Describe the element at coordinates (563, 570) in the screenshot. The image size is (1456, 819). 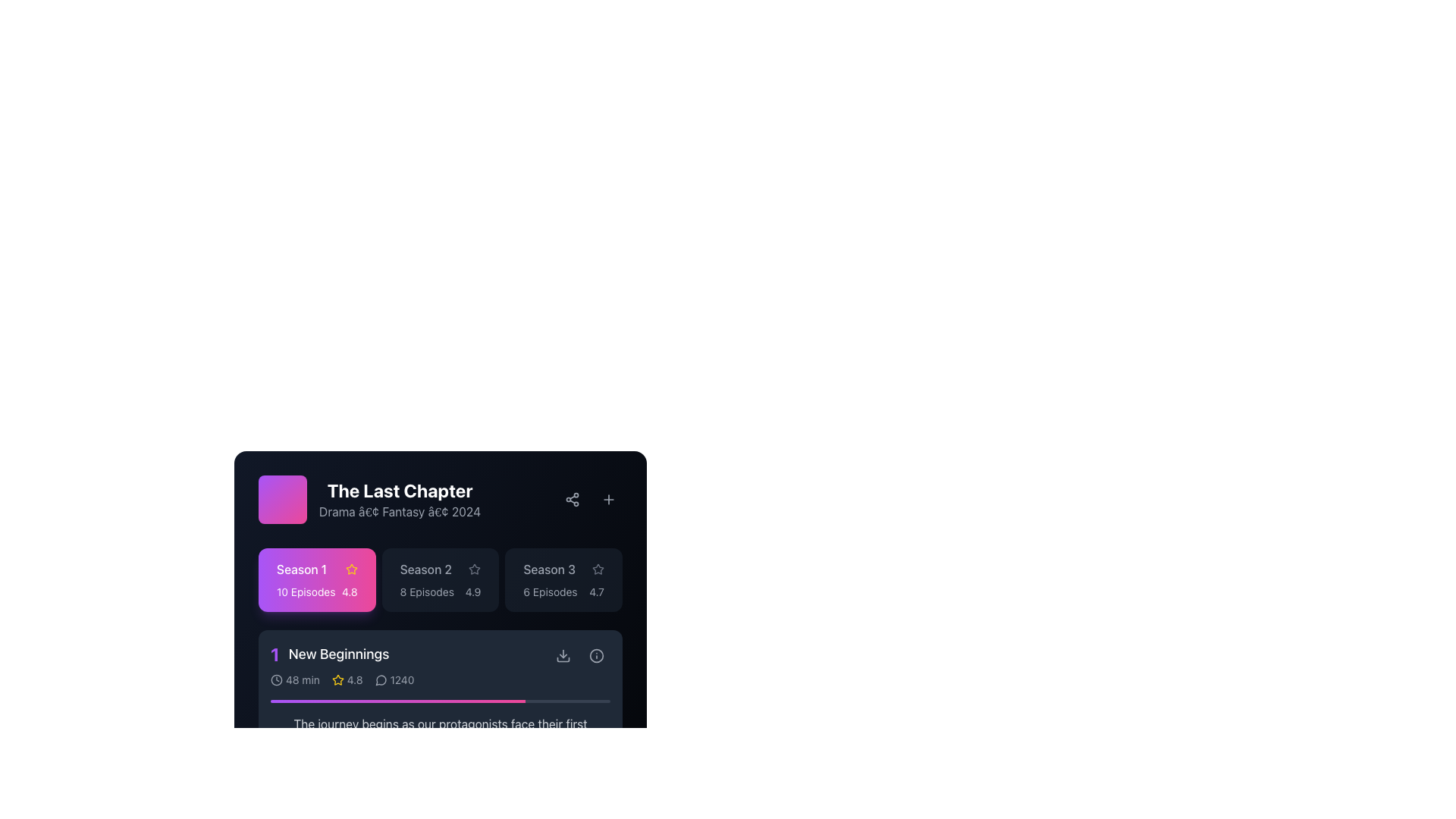
I see `the 'Season 3' button, which is styled with light gray text and located in the upper-right portion of a card-like component` at that location.